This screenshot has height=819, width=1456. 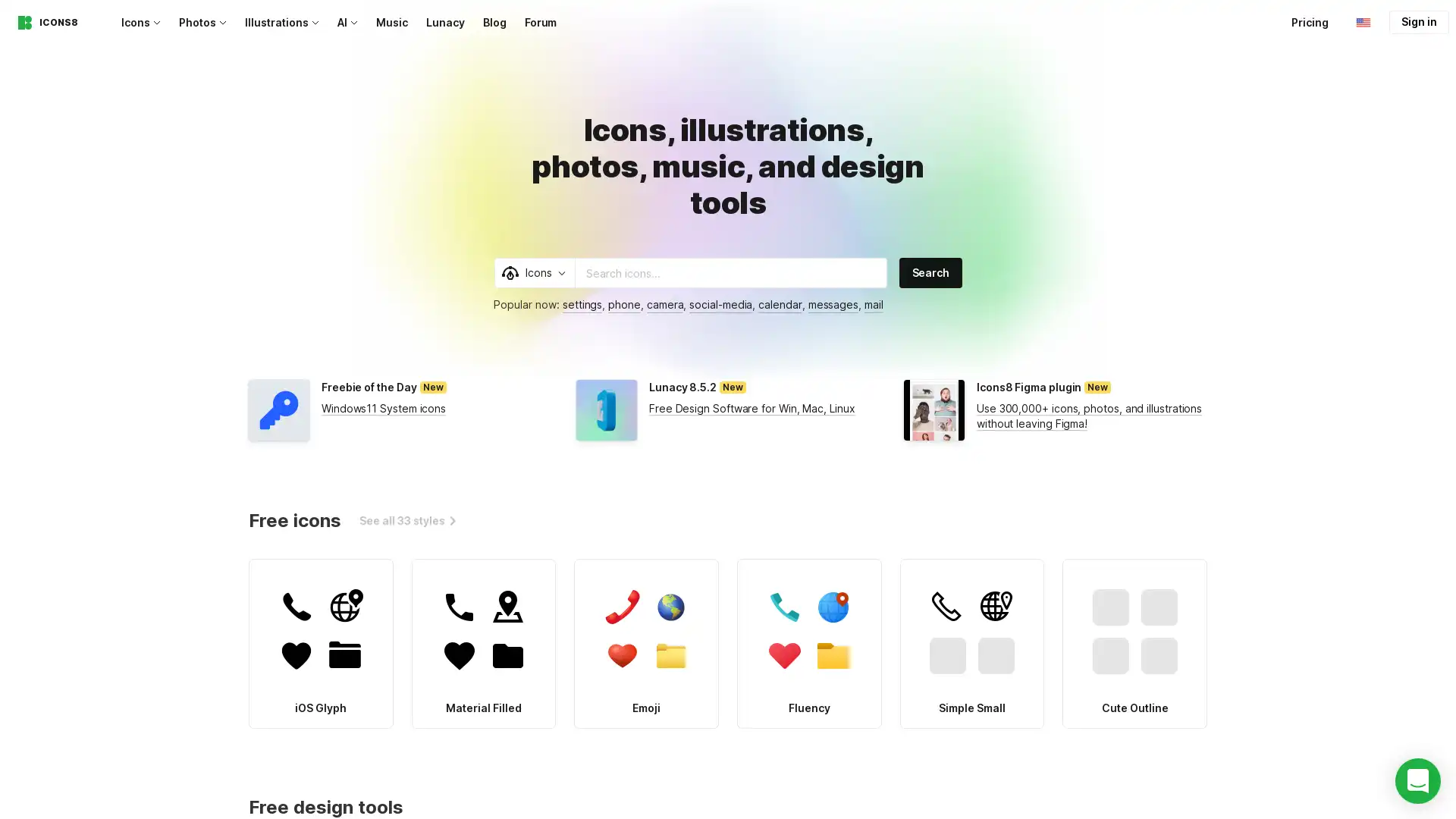 I want to click on Search, so click(x=930, y=271).